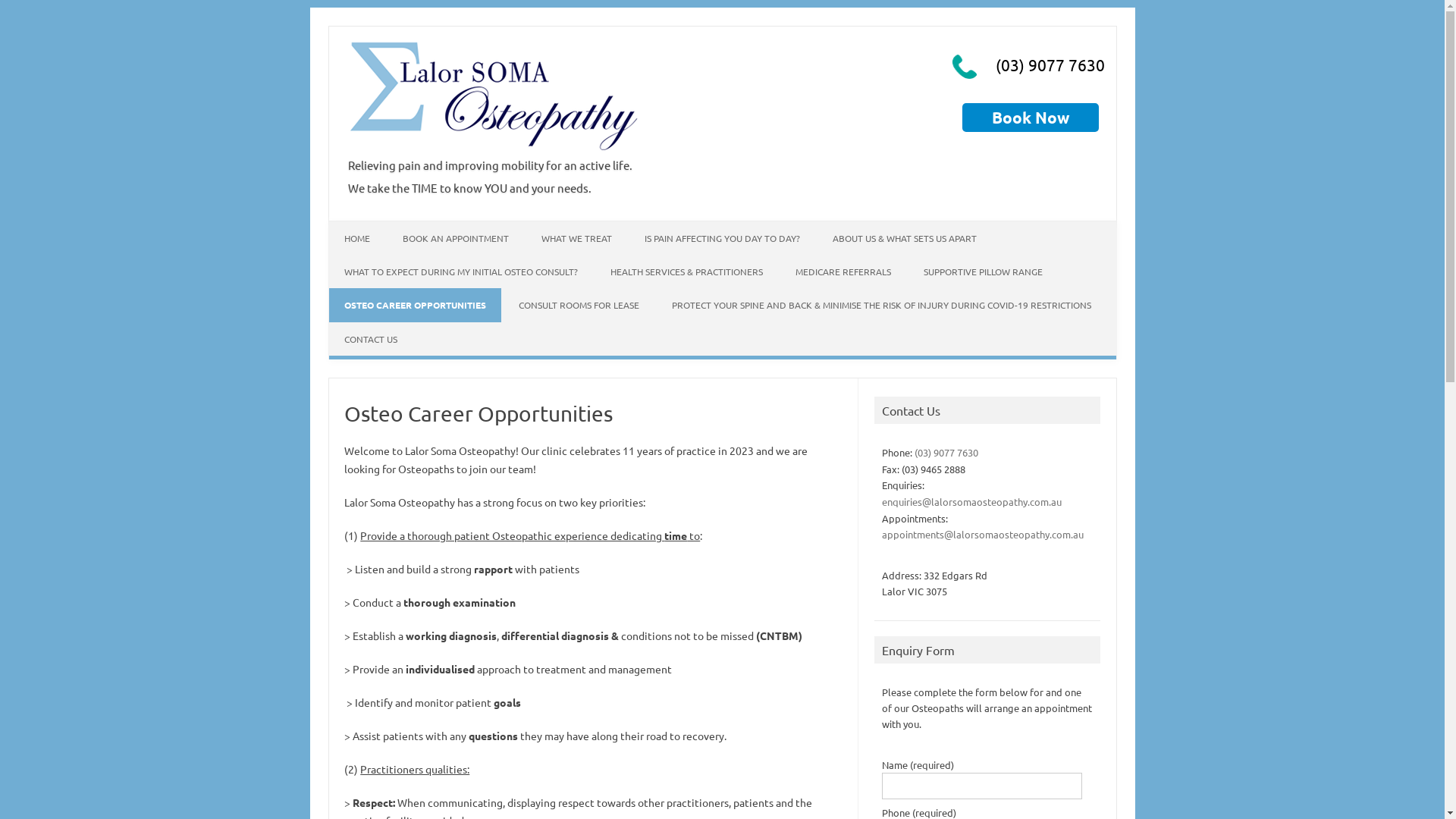 The width and height of the screenshot is (1456, 819). Describe the element at coordinates (415, 304) in the screenshot. I see `'OSTEO CAREER OPPORTUNITIES'` at that location.